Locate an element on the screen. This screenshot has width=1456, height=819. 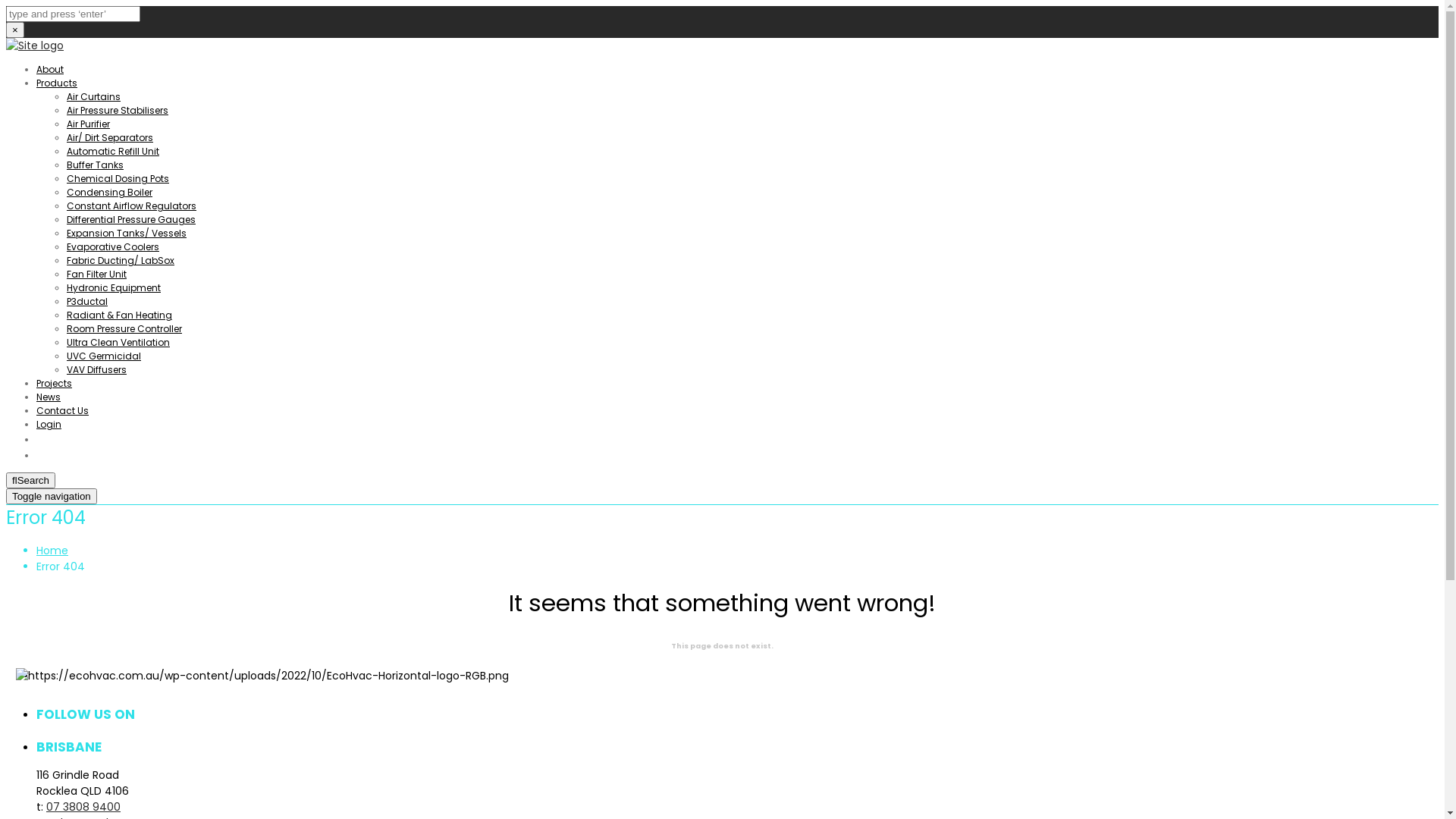
'Condensing Boiler' is located at coordinates (108, 191).